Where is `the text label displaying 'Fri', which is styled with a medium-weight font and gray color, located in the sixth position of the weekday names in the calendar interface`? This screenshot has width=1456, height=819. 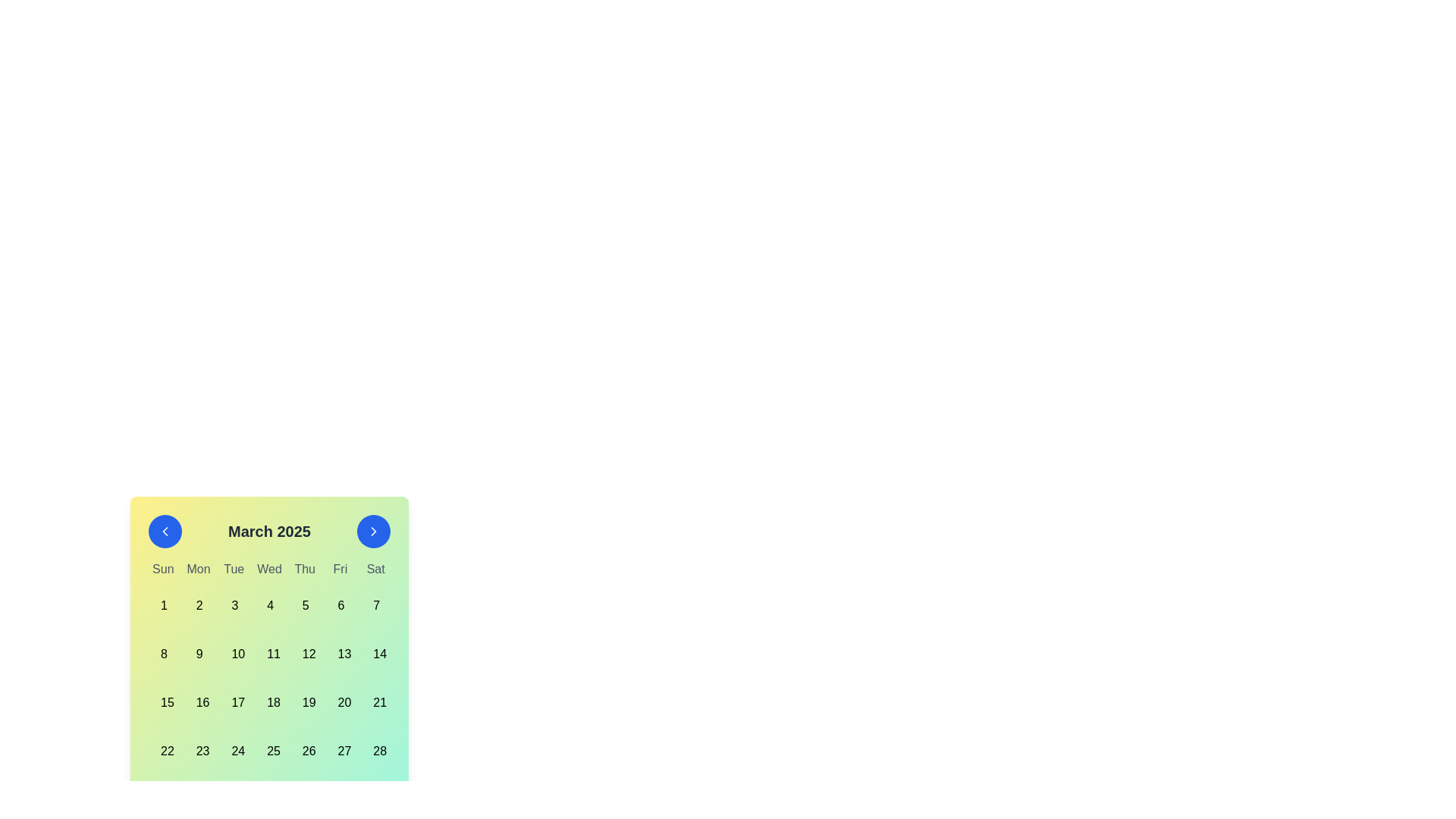 the text label displaying 'Fri', which is styled with a medium-weight font and gray color, located in the sixth position of the weekday names in the calendar interface is located at coordinates (339, 570).